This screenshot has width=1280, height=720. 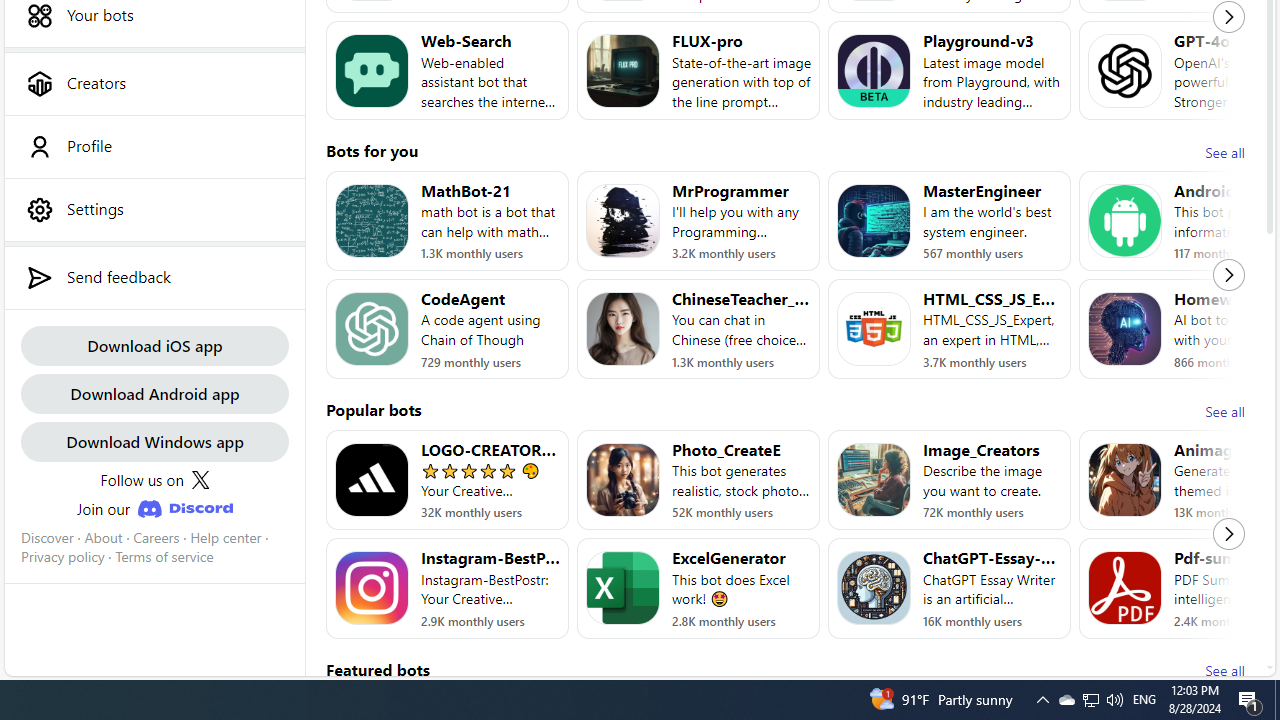 I want to click on 'Bot image for HTML_CSS_JS_Expert', so click(x=874, y=328).